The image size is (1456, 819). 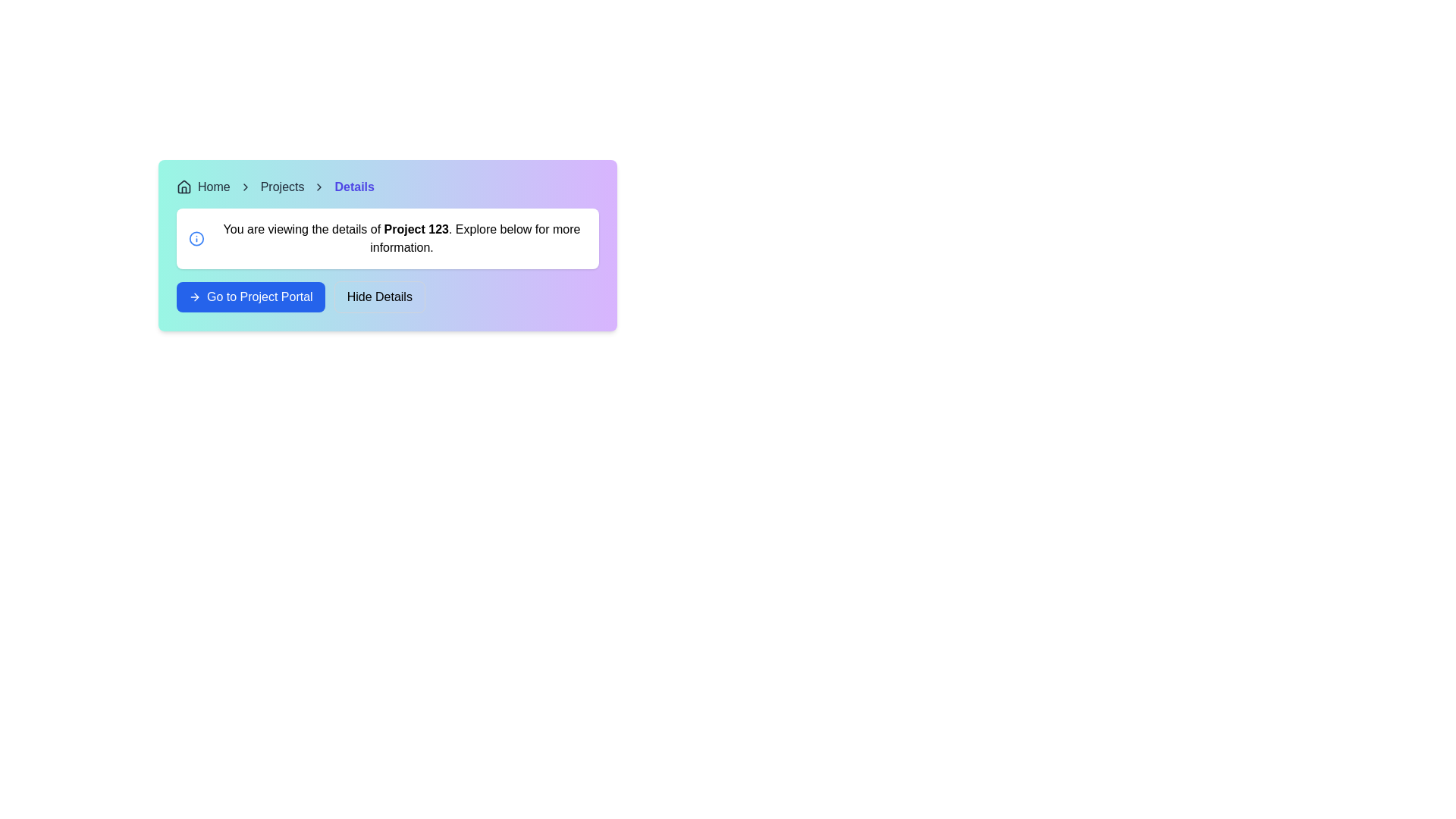 What do you see at coordinates (416, 229) in the screenshot?
I see `the inline text element that contains 'Project 123', which is styled in bold and located within the sentence 'You are viewing the details of Project 123.'` at bounding box center [416, 229].